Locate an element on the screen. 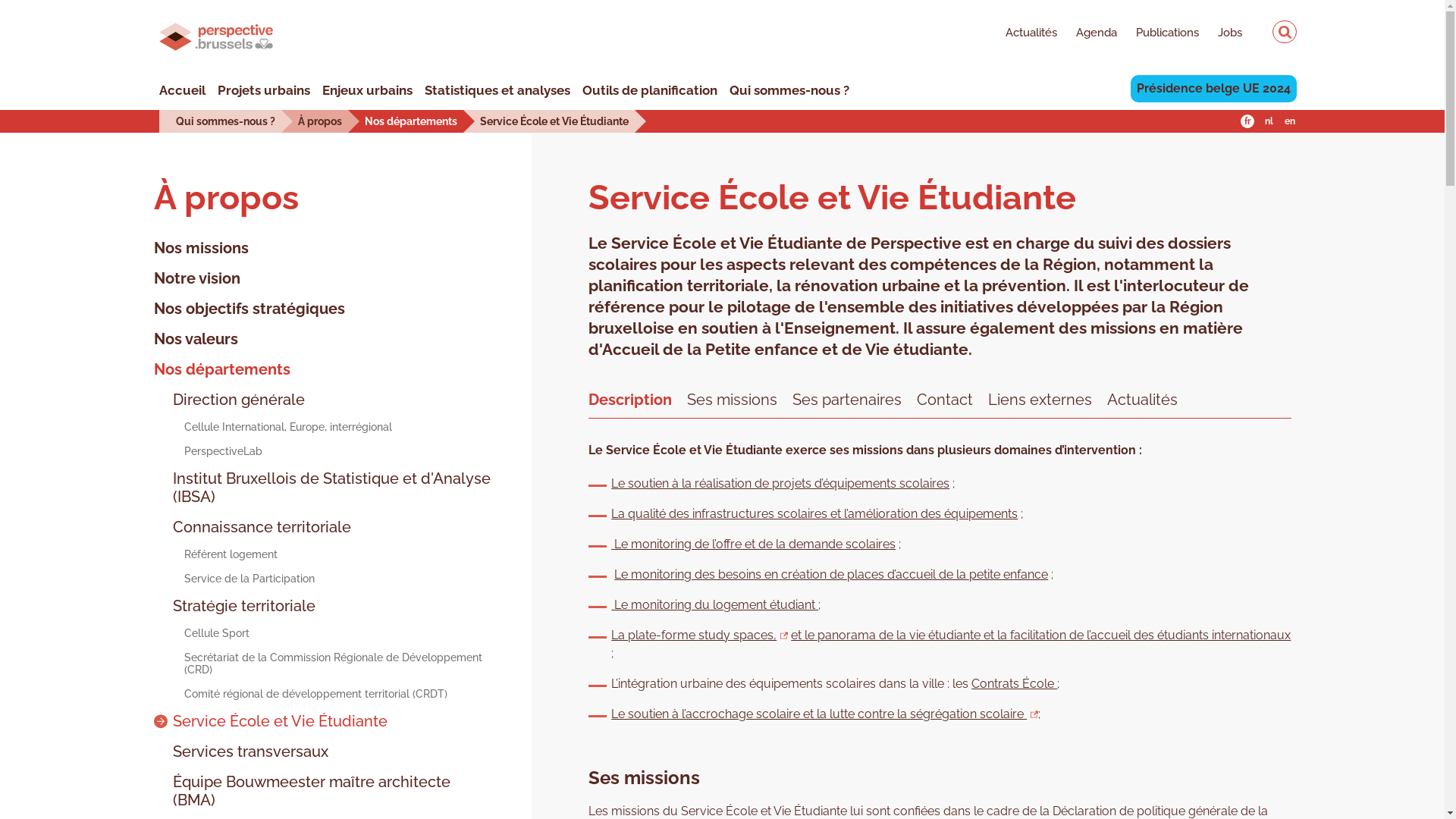  'Jobs' is located at coordinates (1197, 34).